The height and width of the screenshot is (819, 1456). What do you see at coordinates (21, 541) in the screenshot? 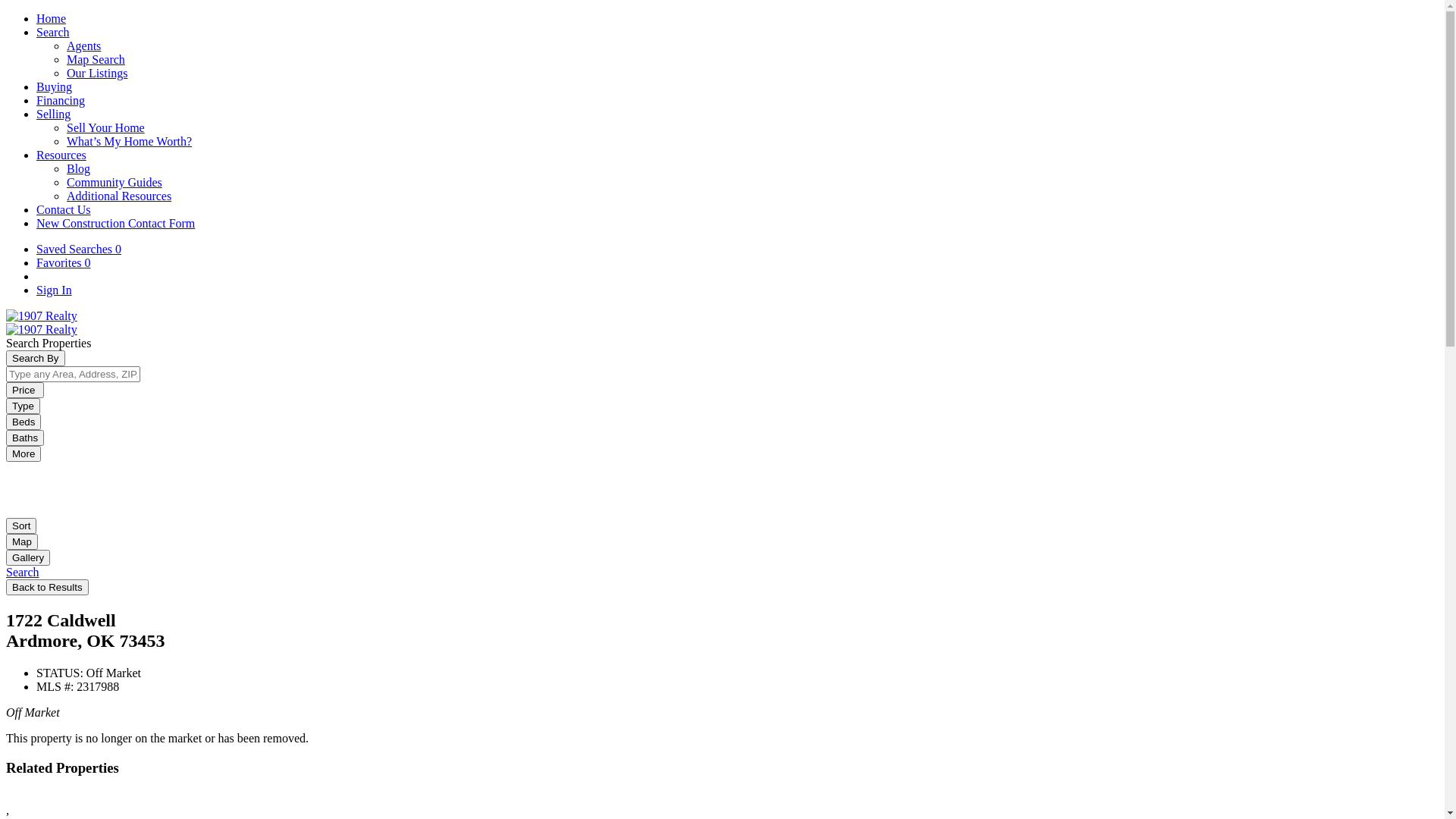
I see `'Map'` at bounding box center [21, 541].